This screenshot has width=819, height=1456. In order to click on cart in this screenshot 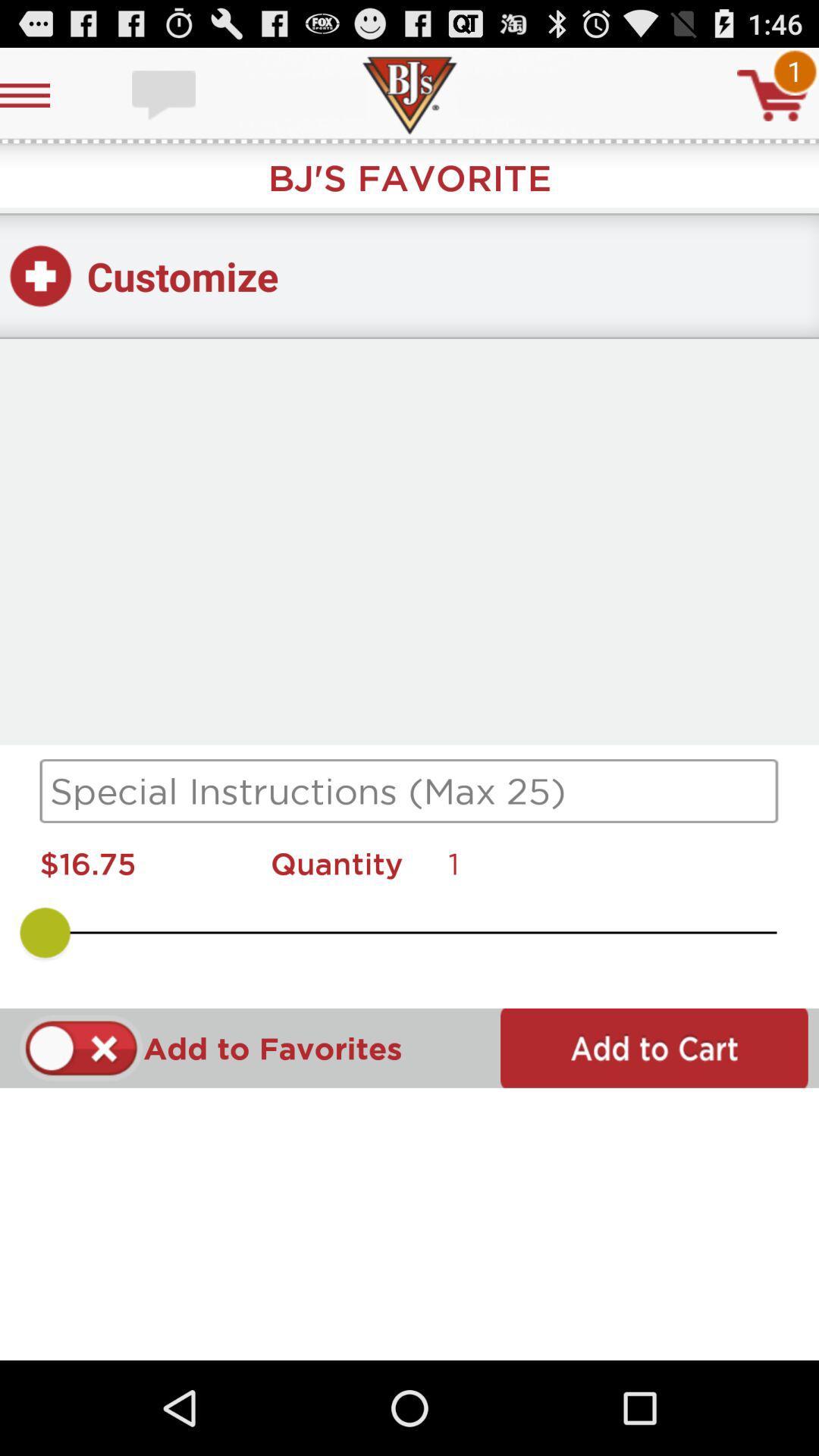, I will do `click(773, 94)`.